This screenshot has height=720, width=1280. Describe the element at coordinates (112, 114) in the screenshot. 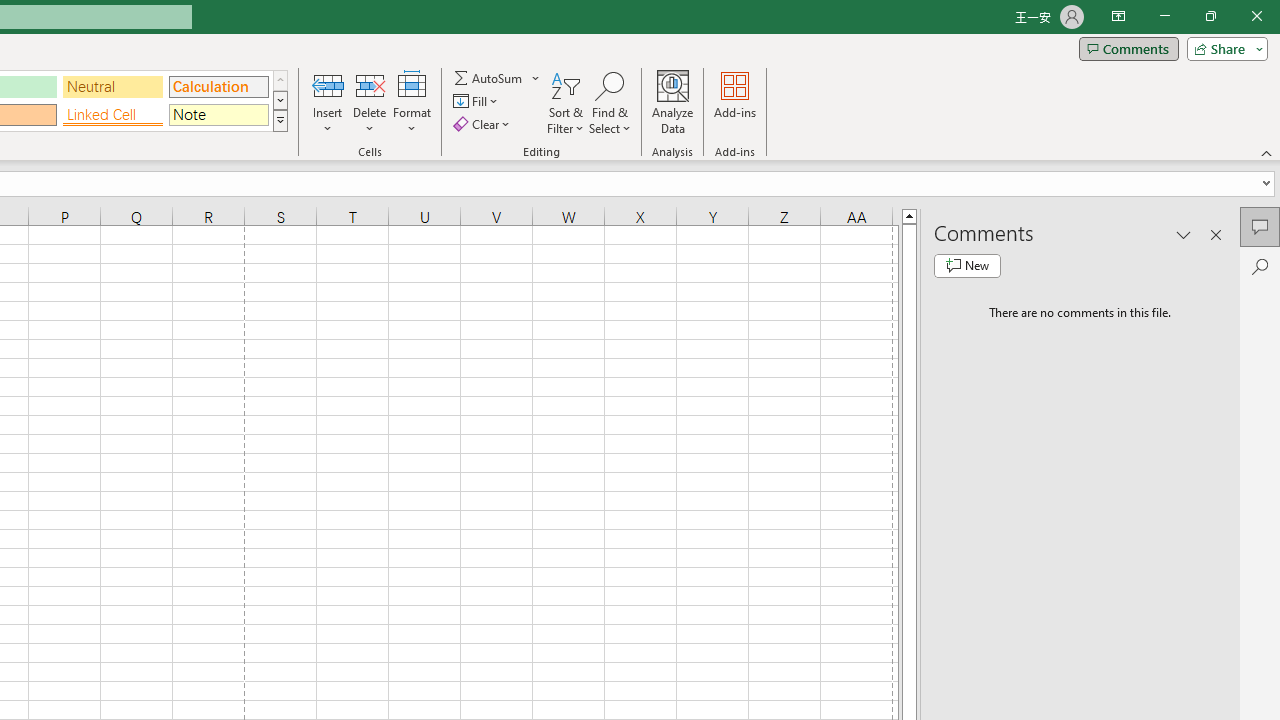

I see `'Linked Cell'` at that location.